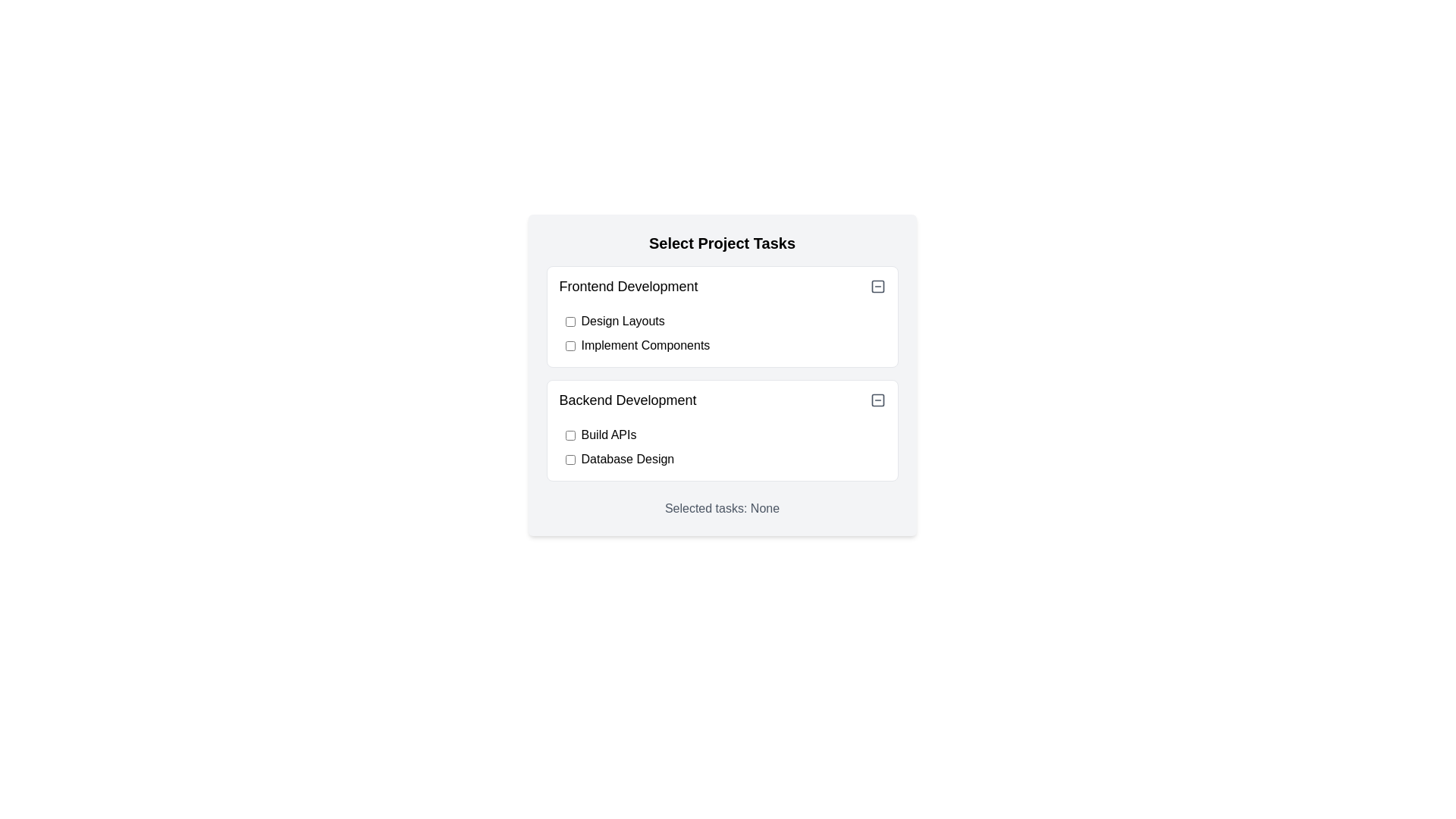  Describe the element at coordinates (877, 400) in the screenshot. I see `the square-shaped graphical component with rounded corners that serves as the background for the minus icon in the 'Backend Development' section` at that location.